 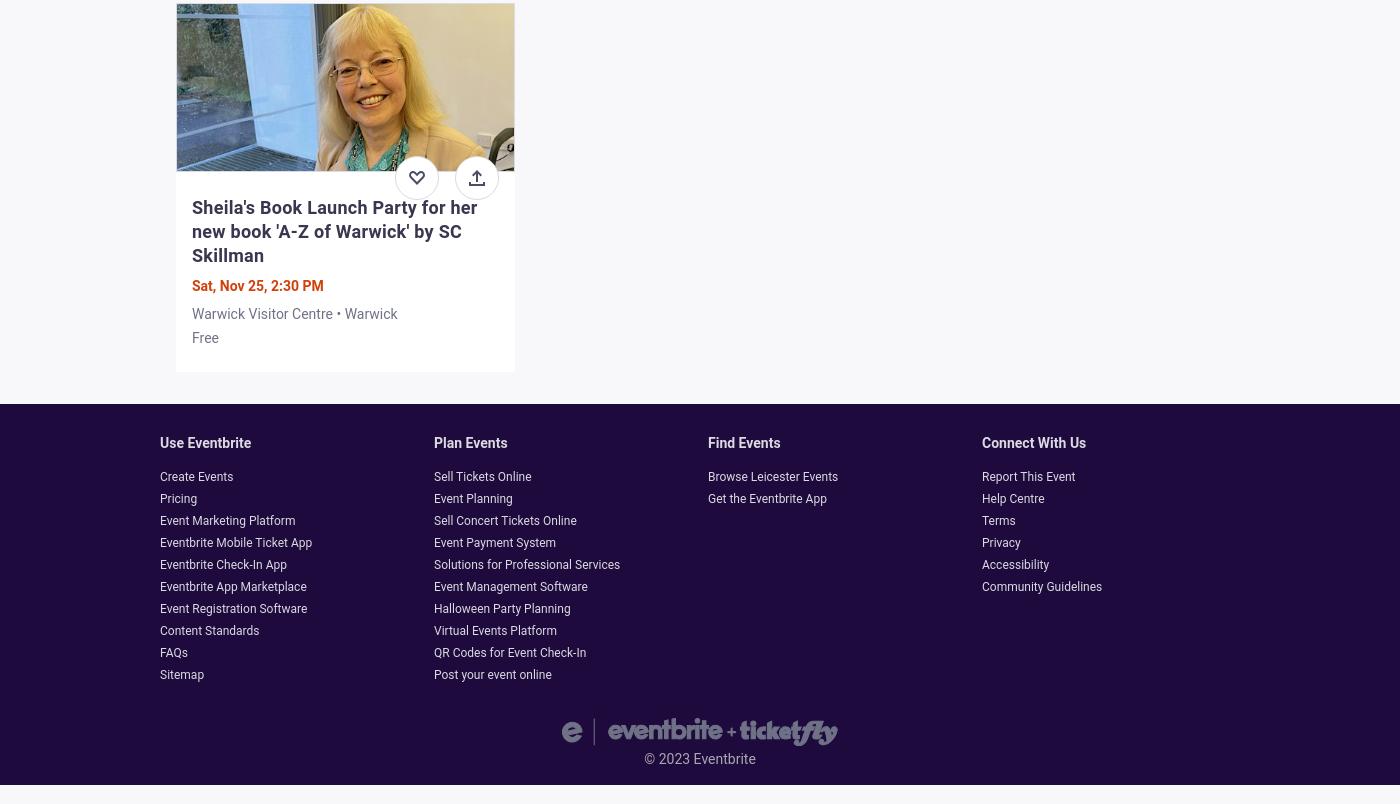 I want to click on 'Halloween Party Planning', so click(x=502, y=609).